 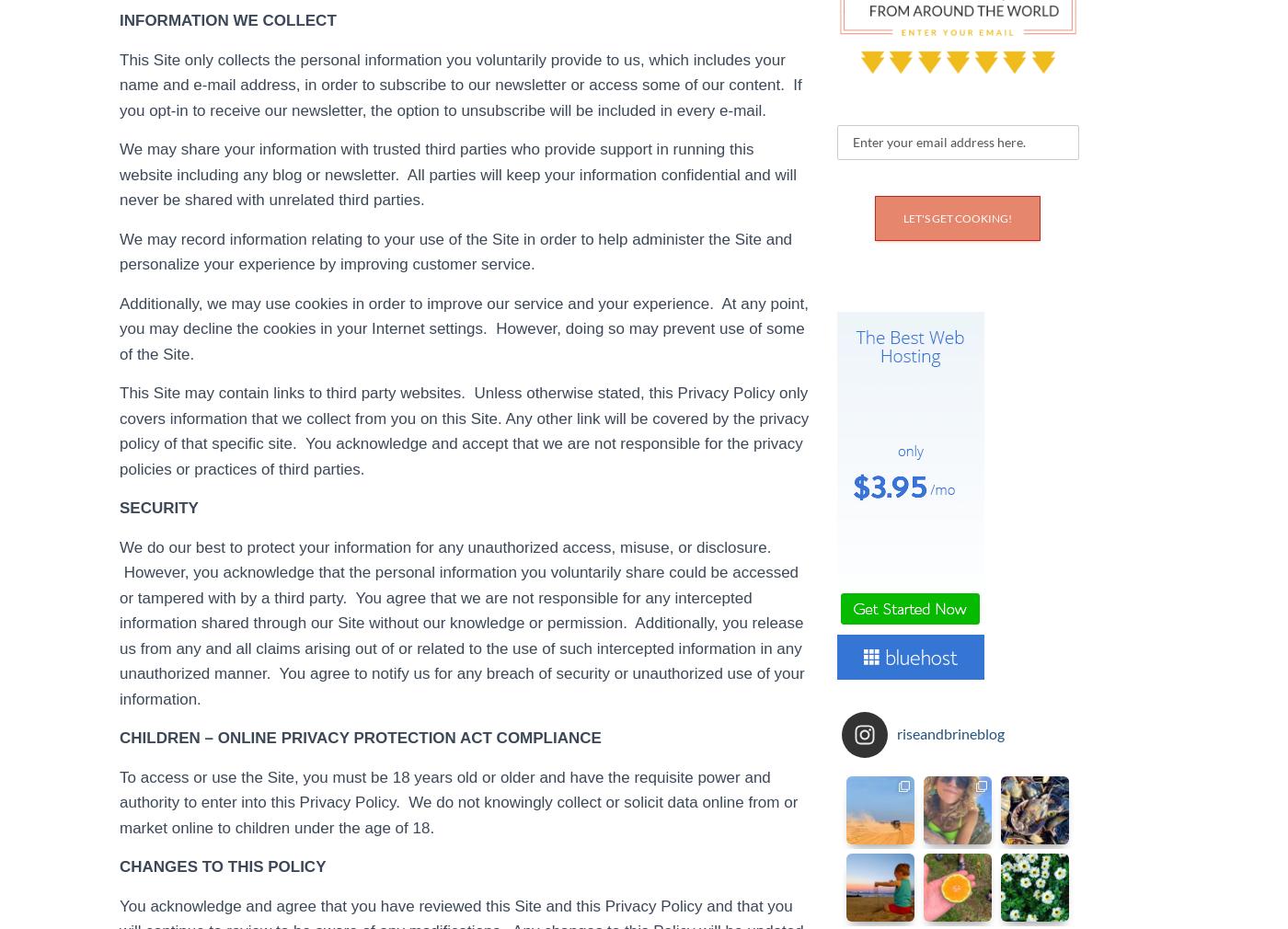 I want to click on 'CHILDREN – ONLINE PRIVACY PROTECTION ACT COMPLIANCE', so click(x=360, y=738).